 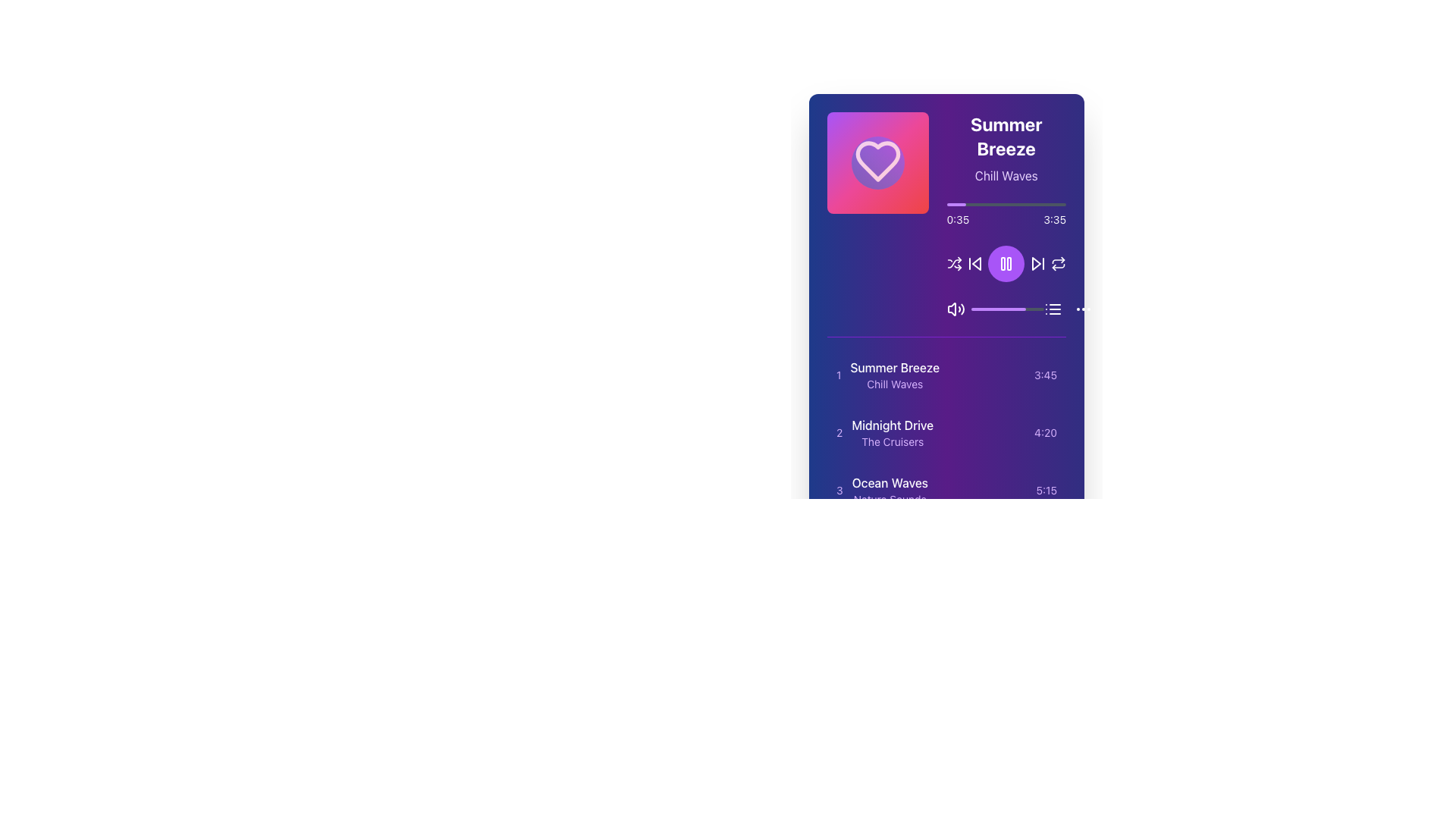 What do you see at coordinates (1054, 219) in the screenshot?
I see `the static text label displaying '3:35', which is styled in white and positioned at the upper-right corner of the interface, aligned horizontally with the time label '0:35'` at bounding box center [1054, 219].